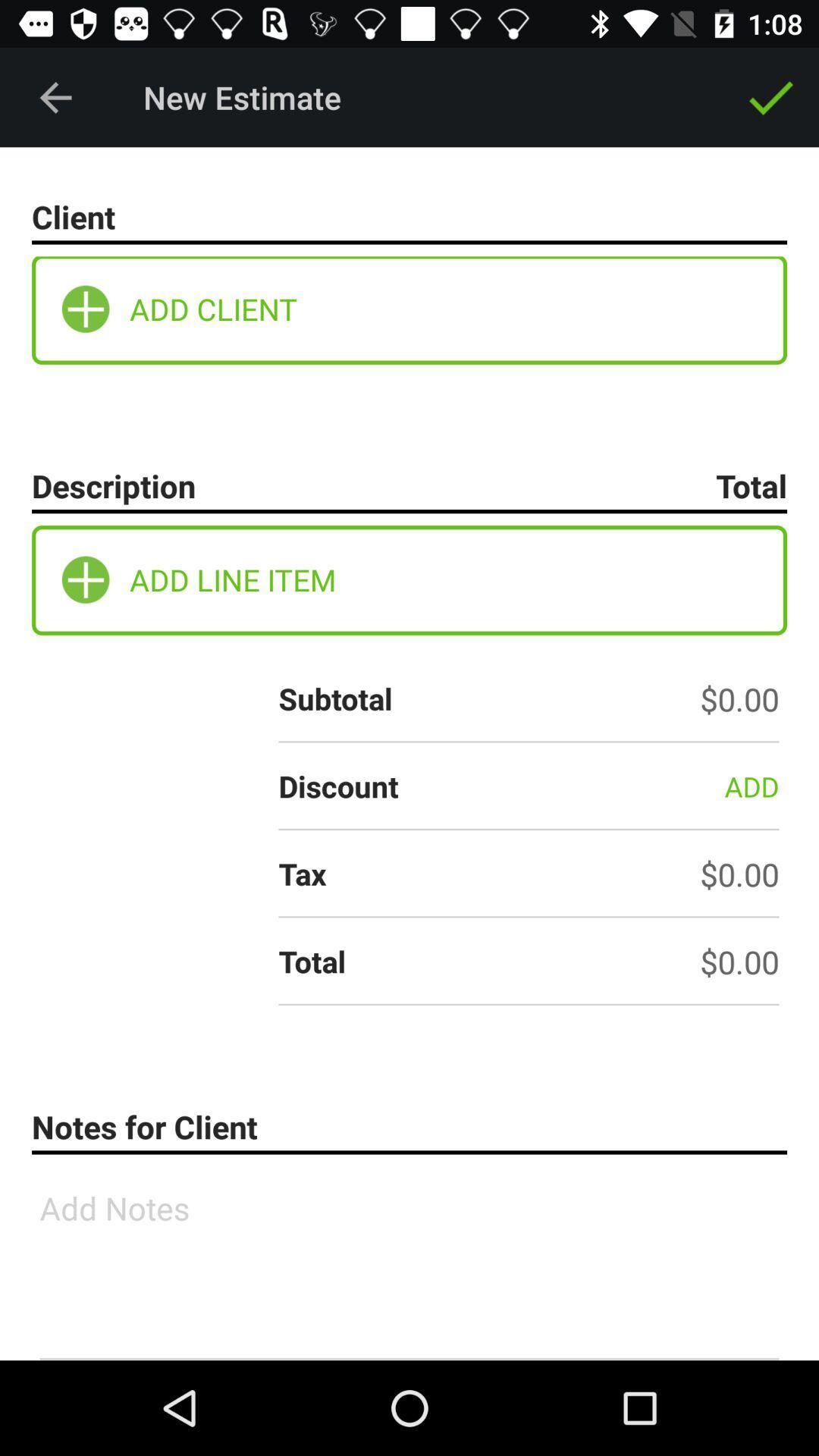  I want to click on item at the top right corner, so click(771, 96).